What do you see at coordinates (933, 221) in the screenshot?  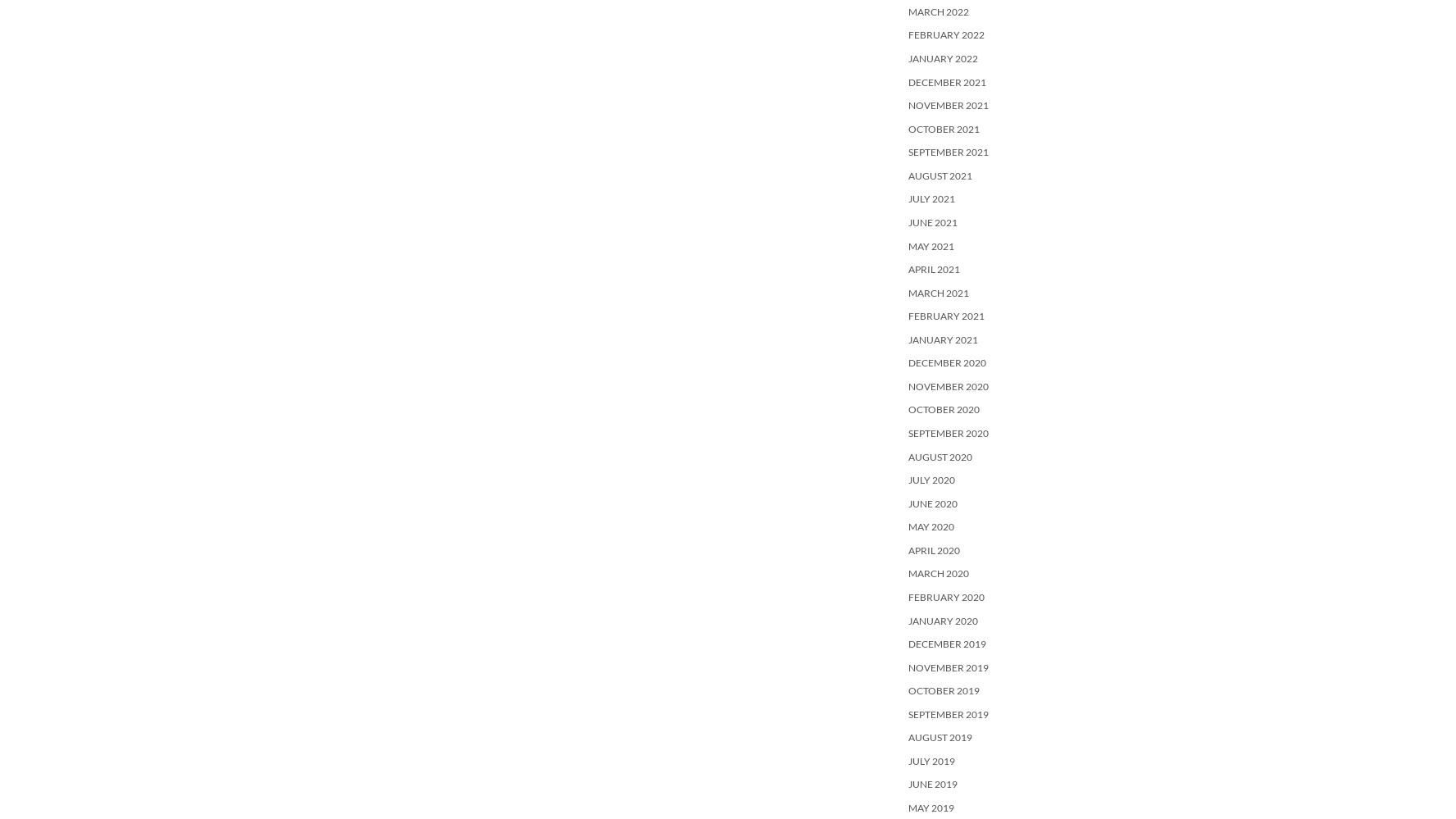 I see `'June 2021'` at bounding box center [933, 221].